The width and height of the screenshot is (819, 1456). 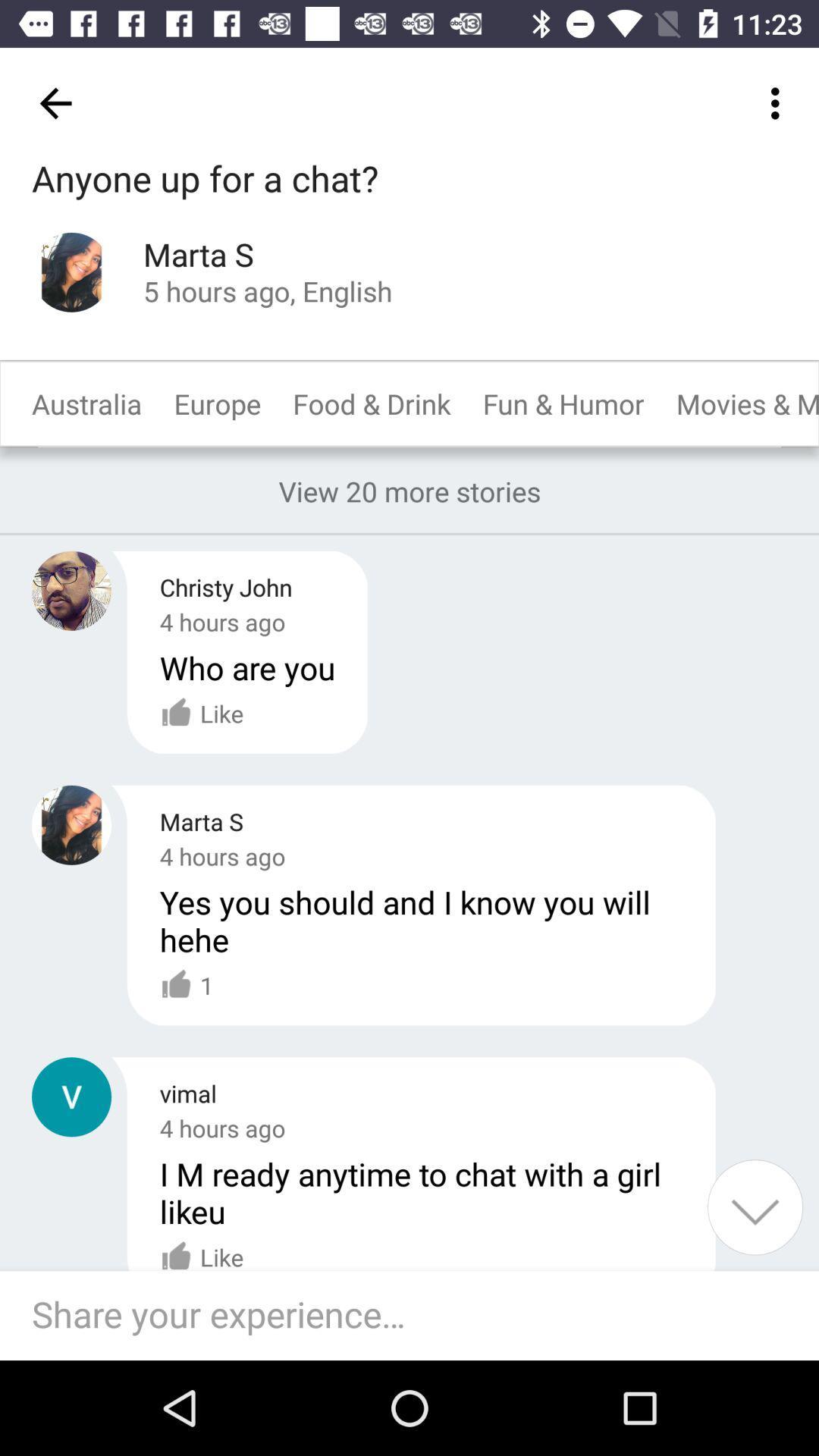 I want to click on the image which is left to vimal, so click(x=71, y=1097).